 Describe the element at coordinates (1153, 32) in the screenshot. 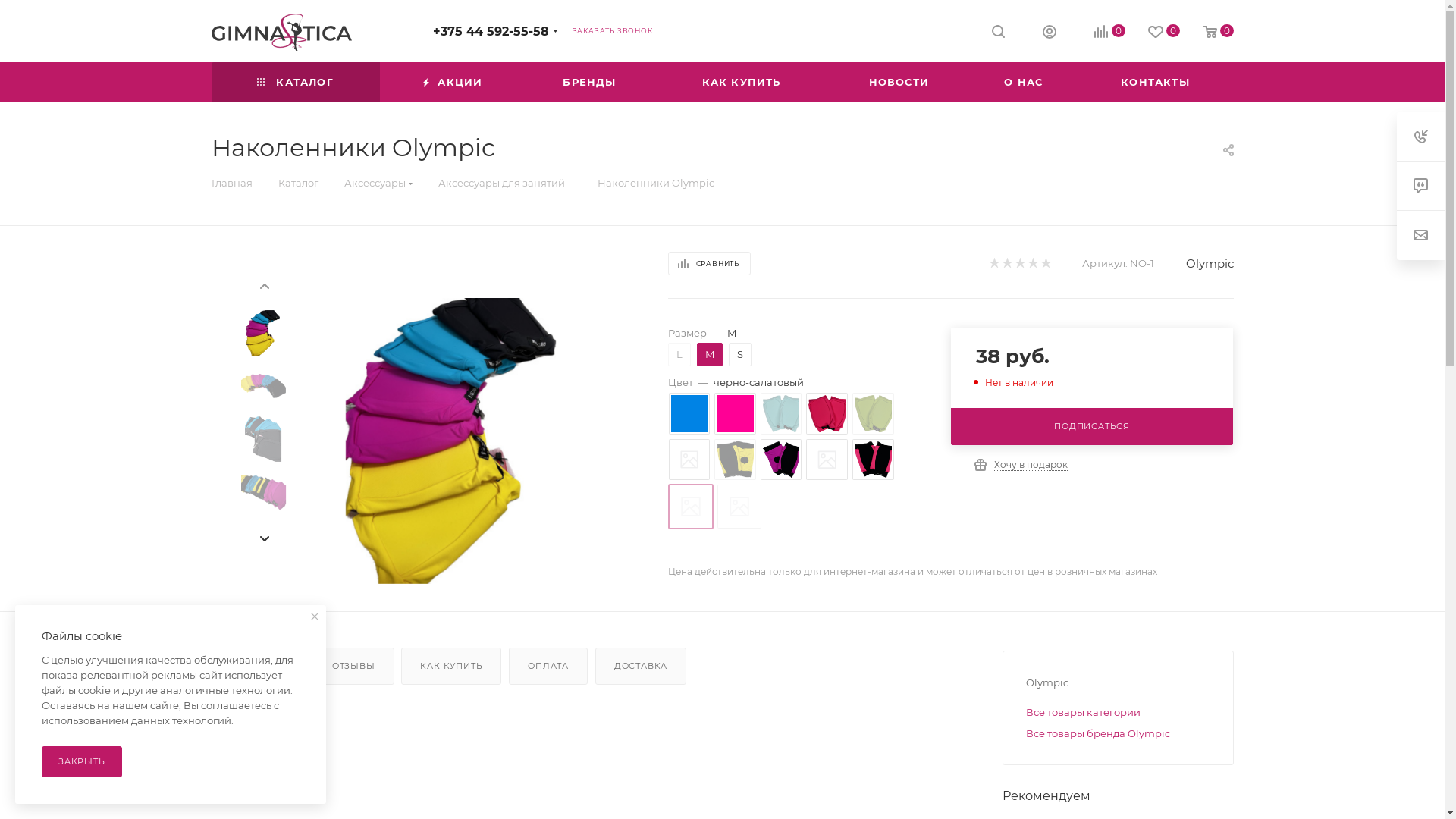

I see `'0'` at that location.